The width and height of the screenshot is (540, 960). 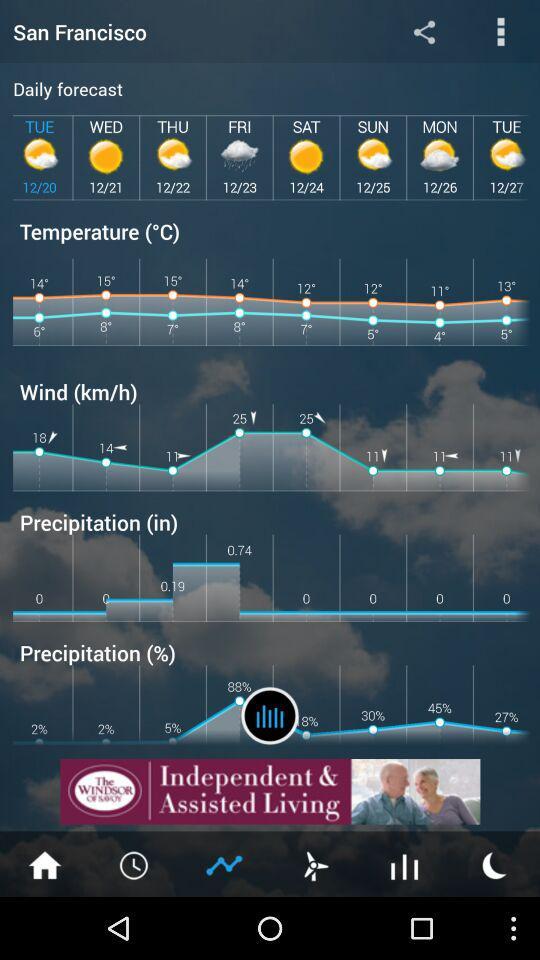 What do you see at coordinates (500, 30) in the screenshot?
I see `more information` at bounding box center [500, 30].